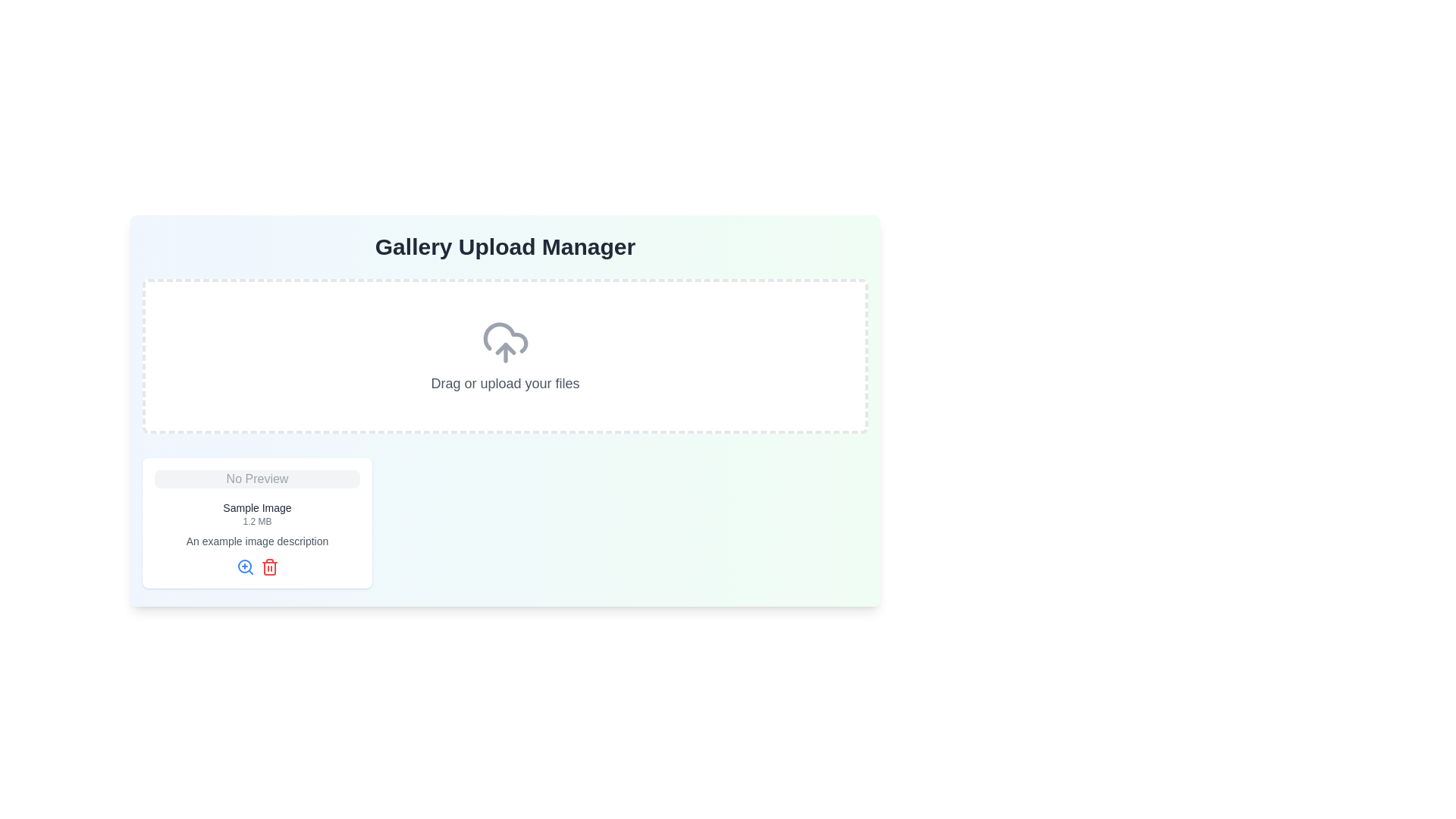 The image size is (1456, 819). Describe the element at coordinates (257, 508) in the screenshot. I see `the text label displaying 'Sample Image', which is styled in dark gray and located in the center area of a rectangular panel, positioned below the 'No Preview' banner` at that location.